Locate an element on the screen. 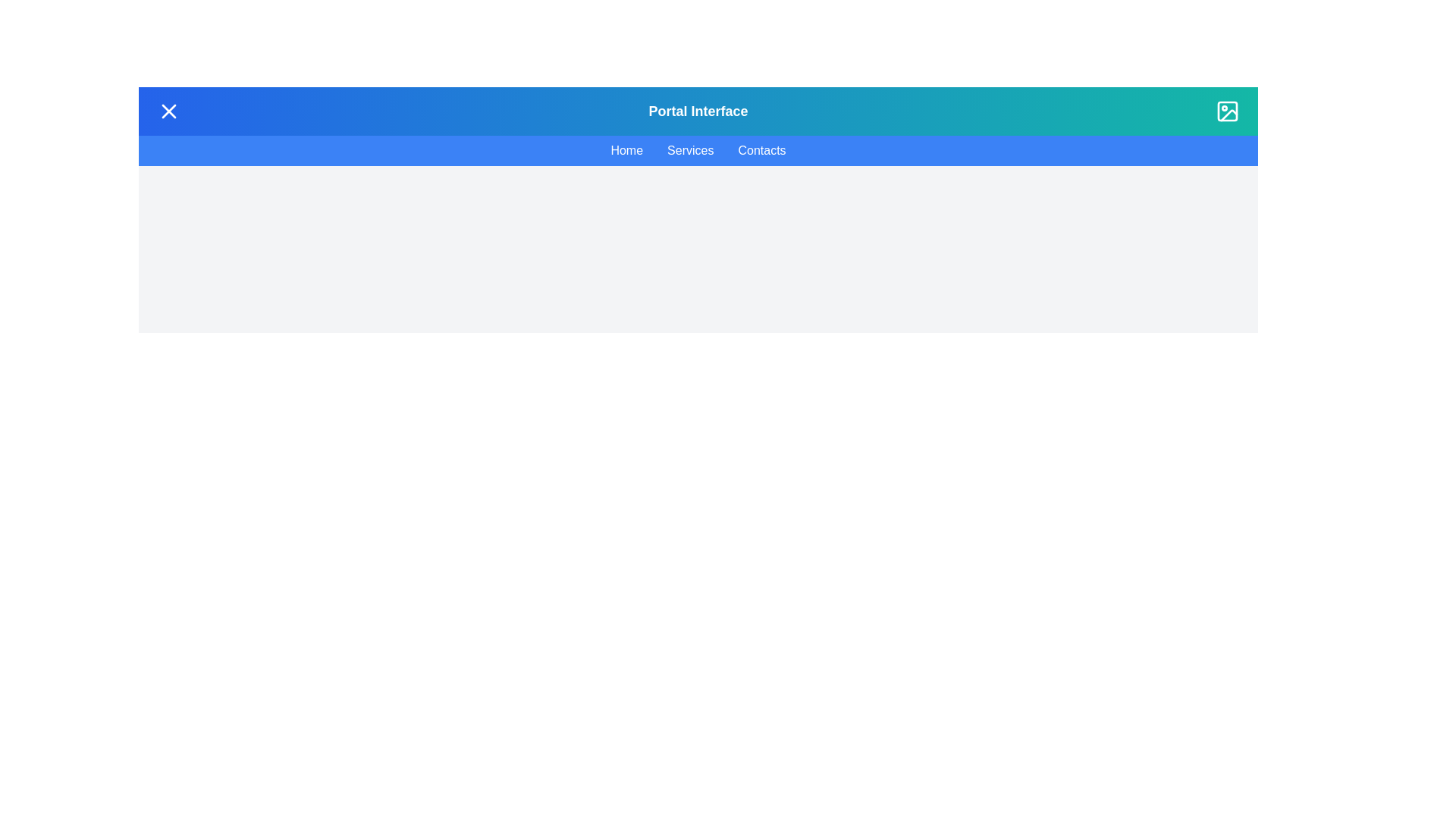 The image size is (1456, 819). 'X' icon button to toggle the menu visibility is located at coordinates (168, 110).